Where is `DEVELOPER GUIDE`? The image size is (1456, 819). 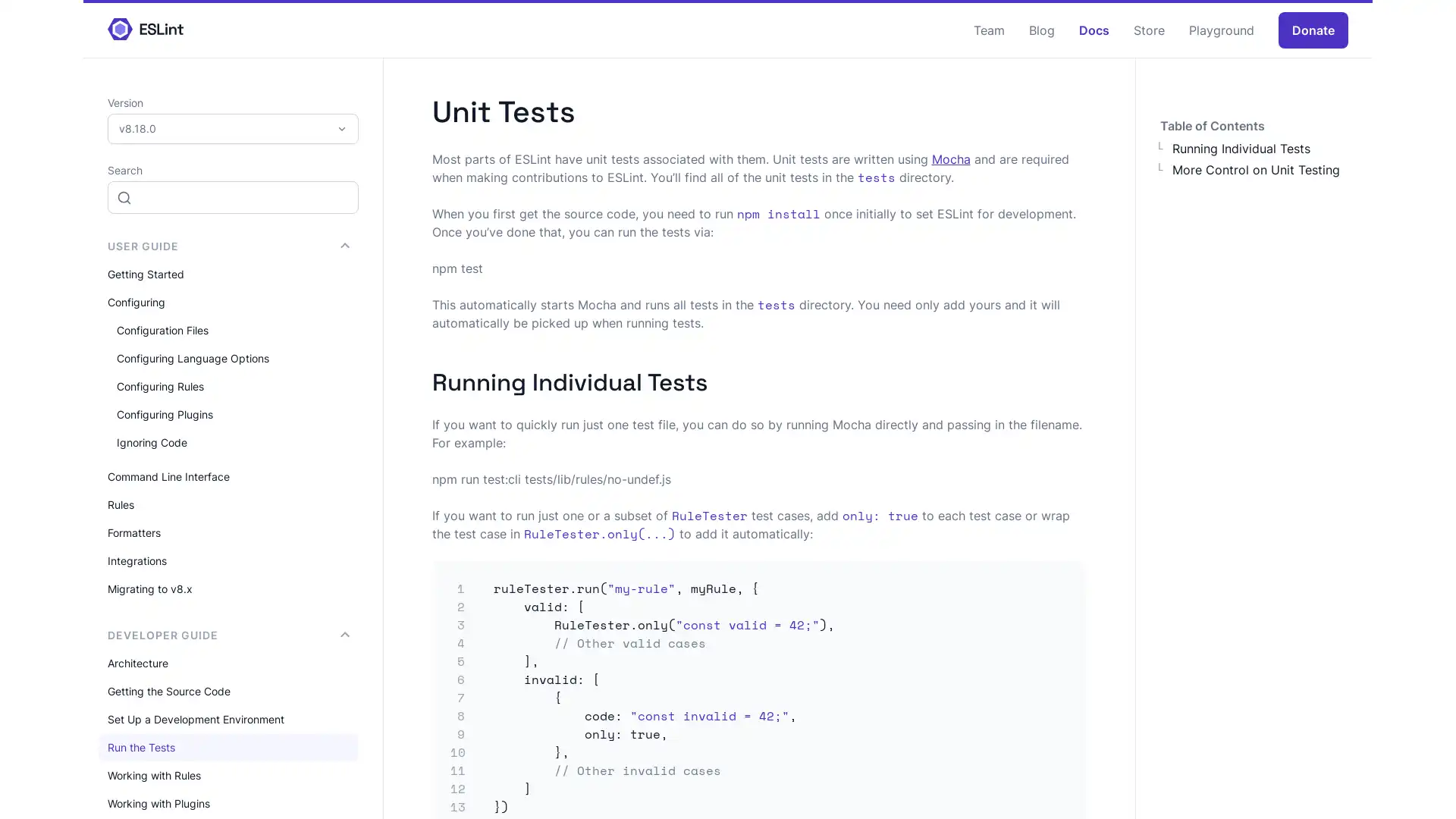 DEVELOPER GUIDE is located at coordinates (227, 634).